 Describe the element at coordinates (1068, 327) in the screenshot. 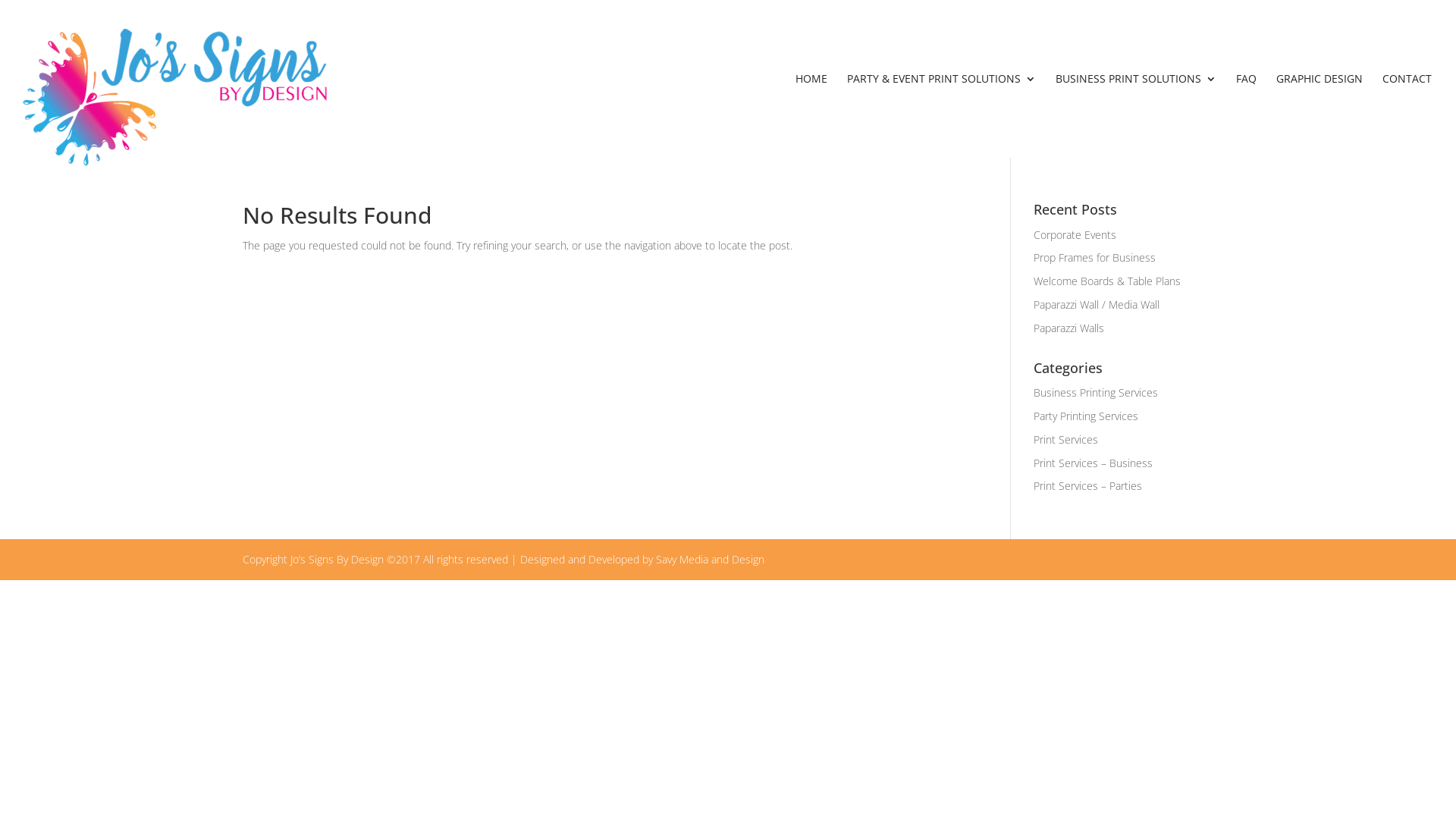

I see `'Paparazzi Walls'` at that location.